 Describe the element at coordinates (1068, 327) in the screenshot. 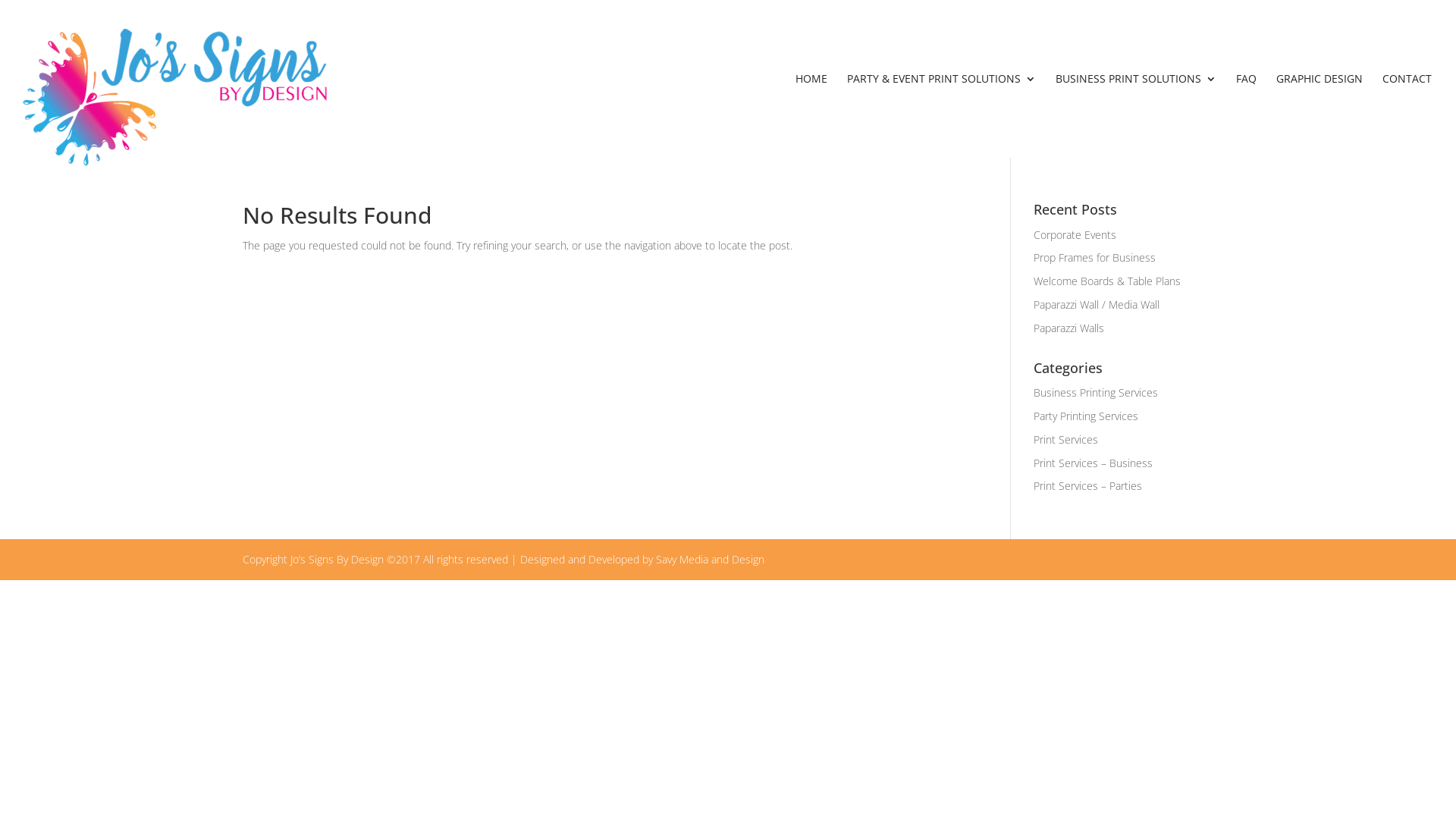

I see `'Paparazzi Walls'` at that location.